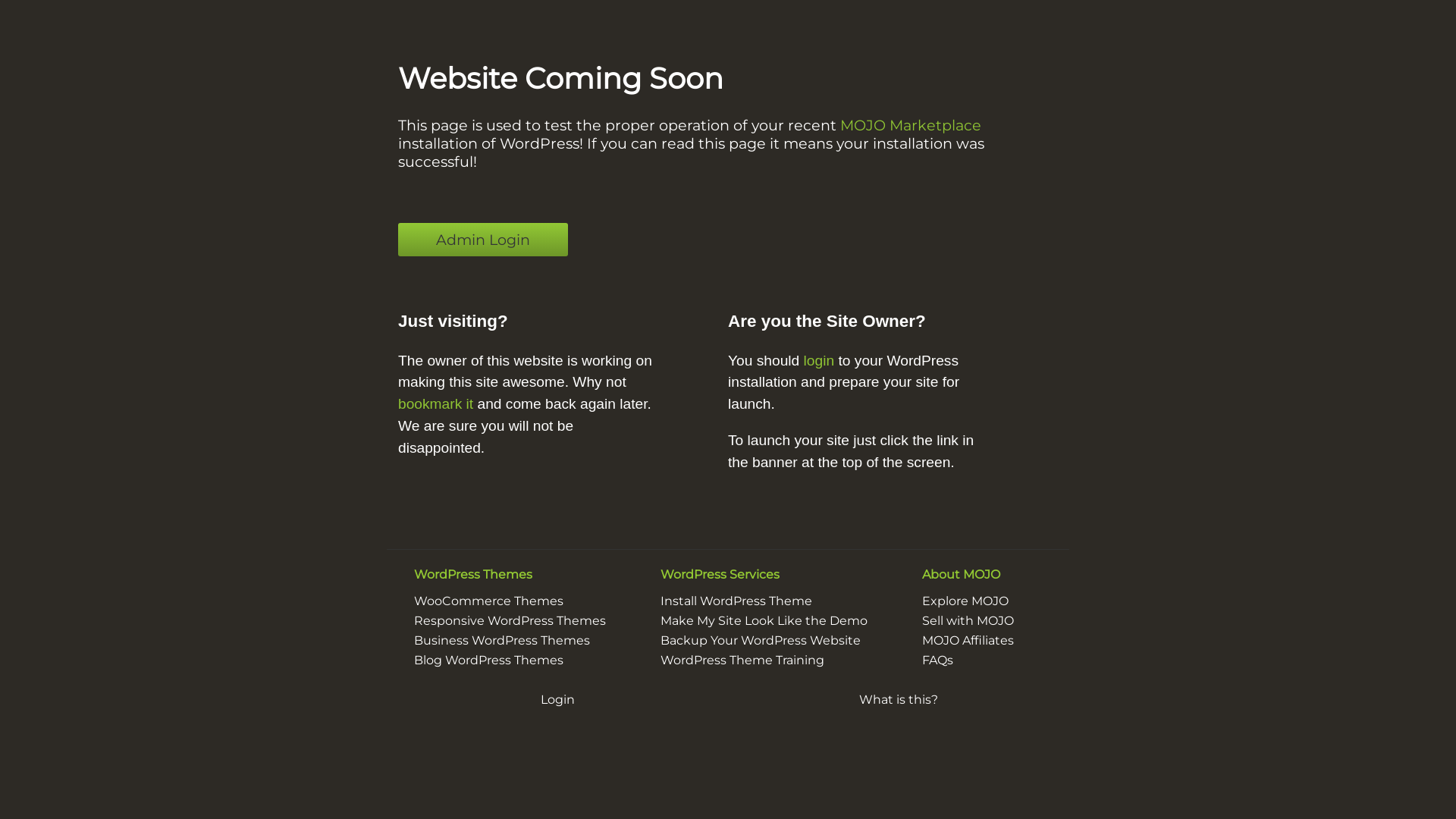  What do you see at coordinates (967, 620) in the screenshot?
I see `'Sell with MOJO'` at bounding box center [967, 620].